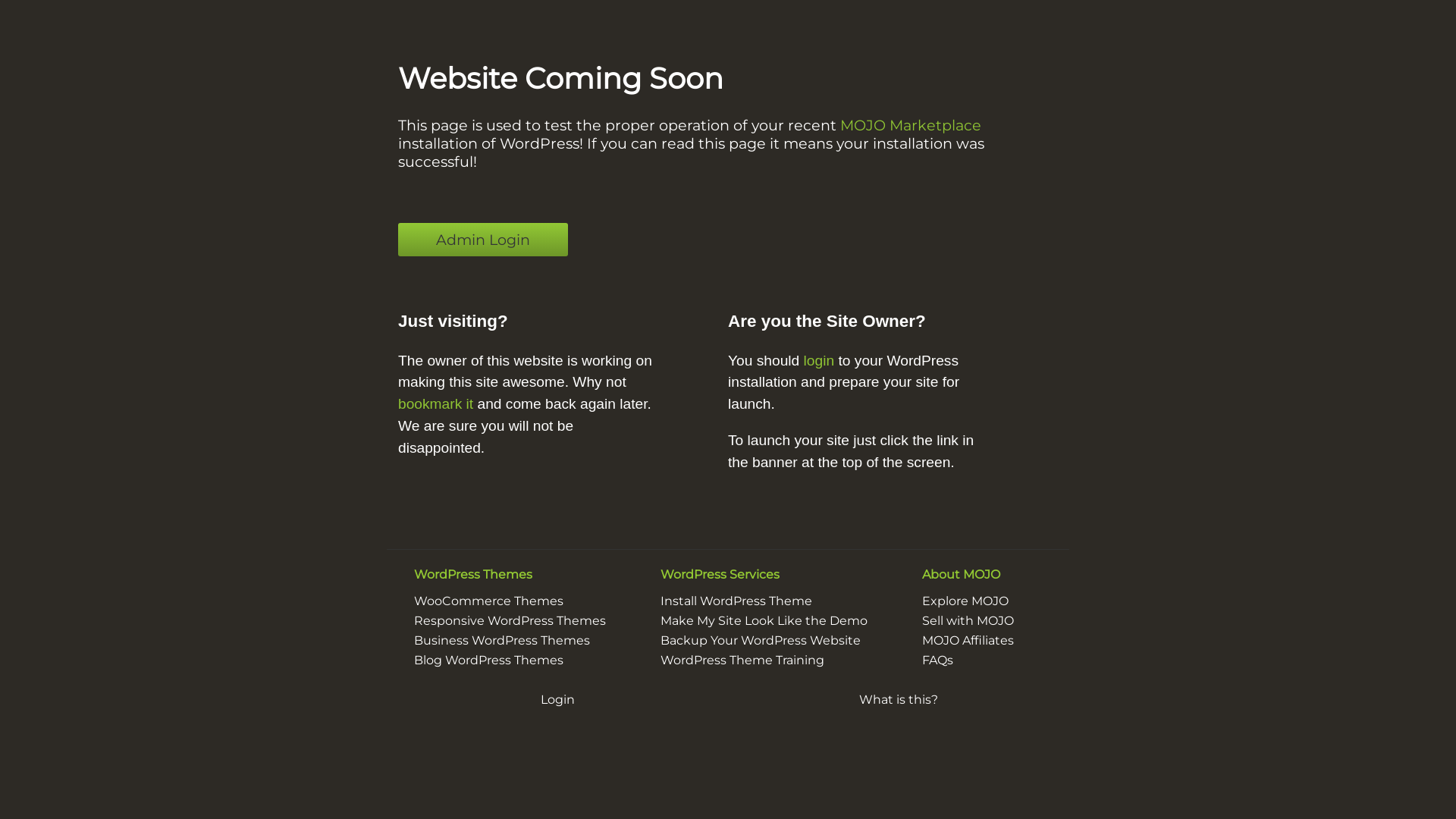  What do you see at coordinates (967, 620) in the screenshot?
I see `'Sell with MOJO'` at bounding box center [967, 620].